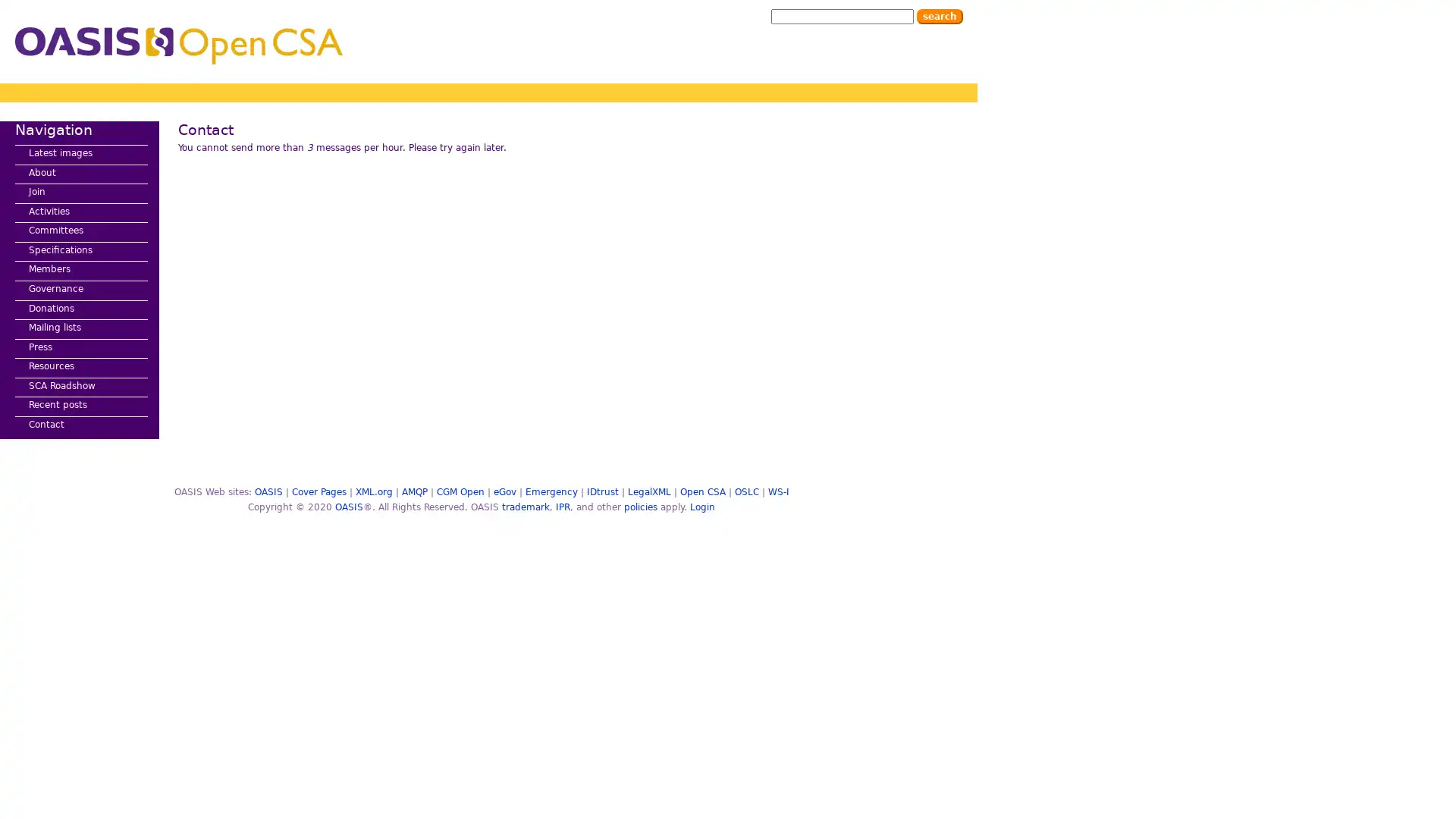 This screenshot has height=819, width=1456. Describe the element at coordinates (939, 17) in the screenshot. I see `Search` at that location.